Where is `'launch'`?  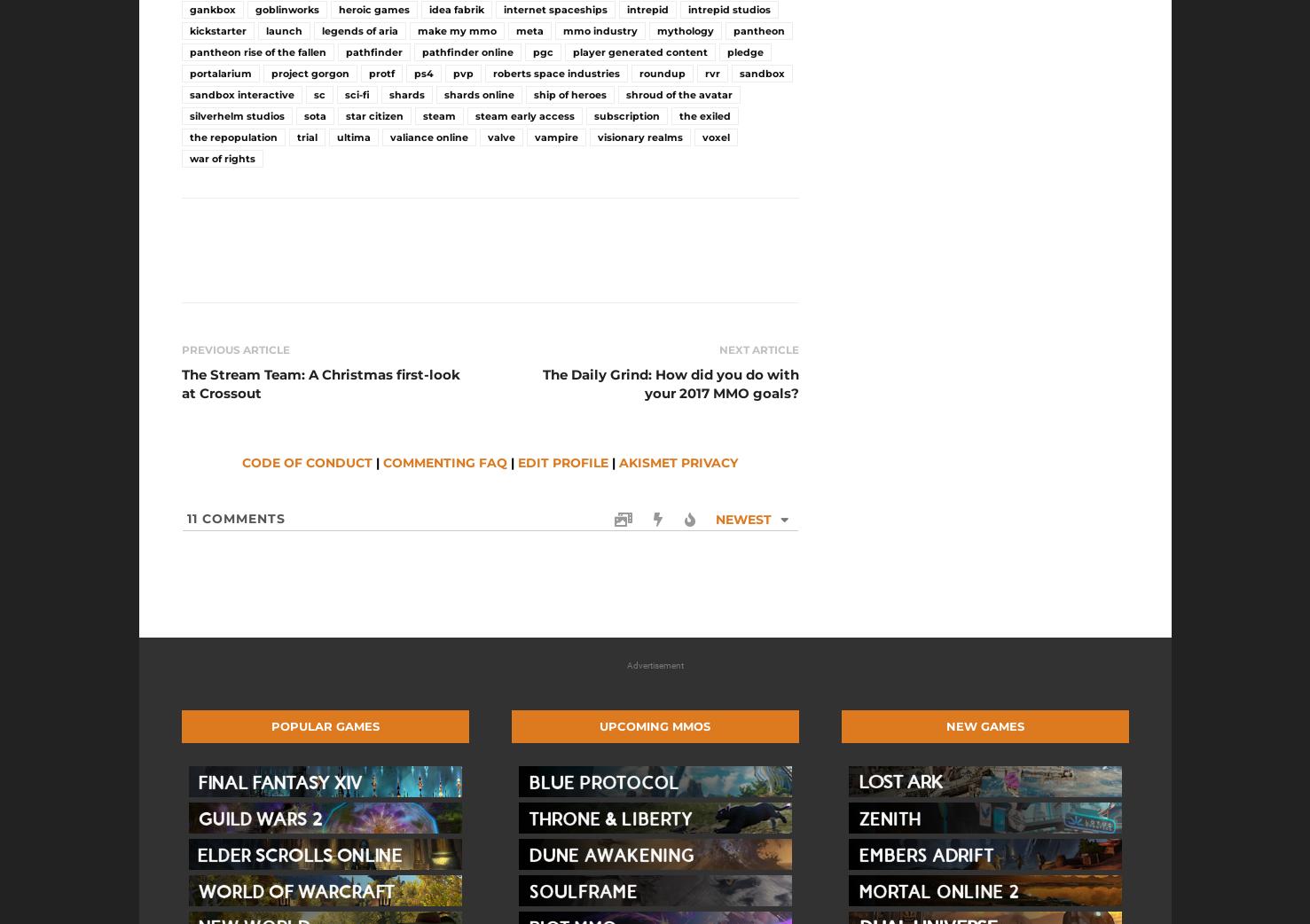
'launch' is located at coordinates (282, 30).